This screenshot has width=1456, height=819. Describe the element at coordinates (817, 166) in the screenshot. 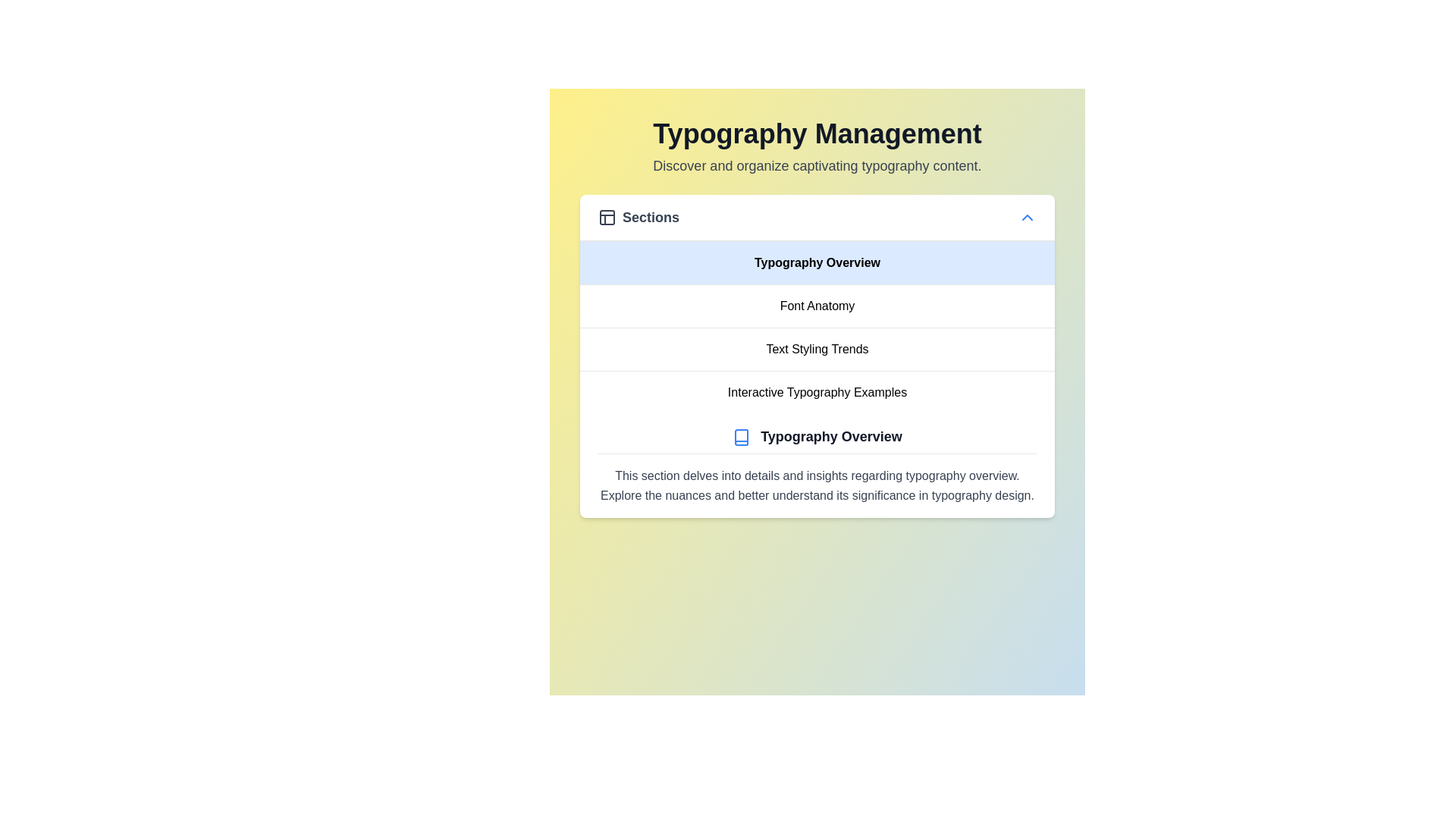

I see `static text element that displays 'Discover and organize captivating typography content.' located beneath the header 'Typography Management'` at that location.